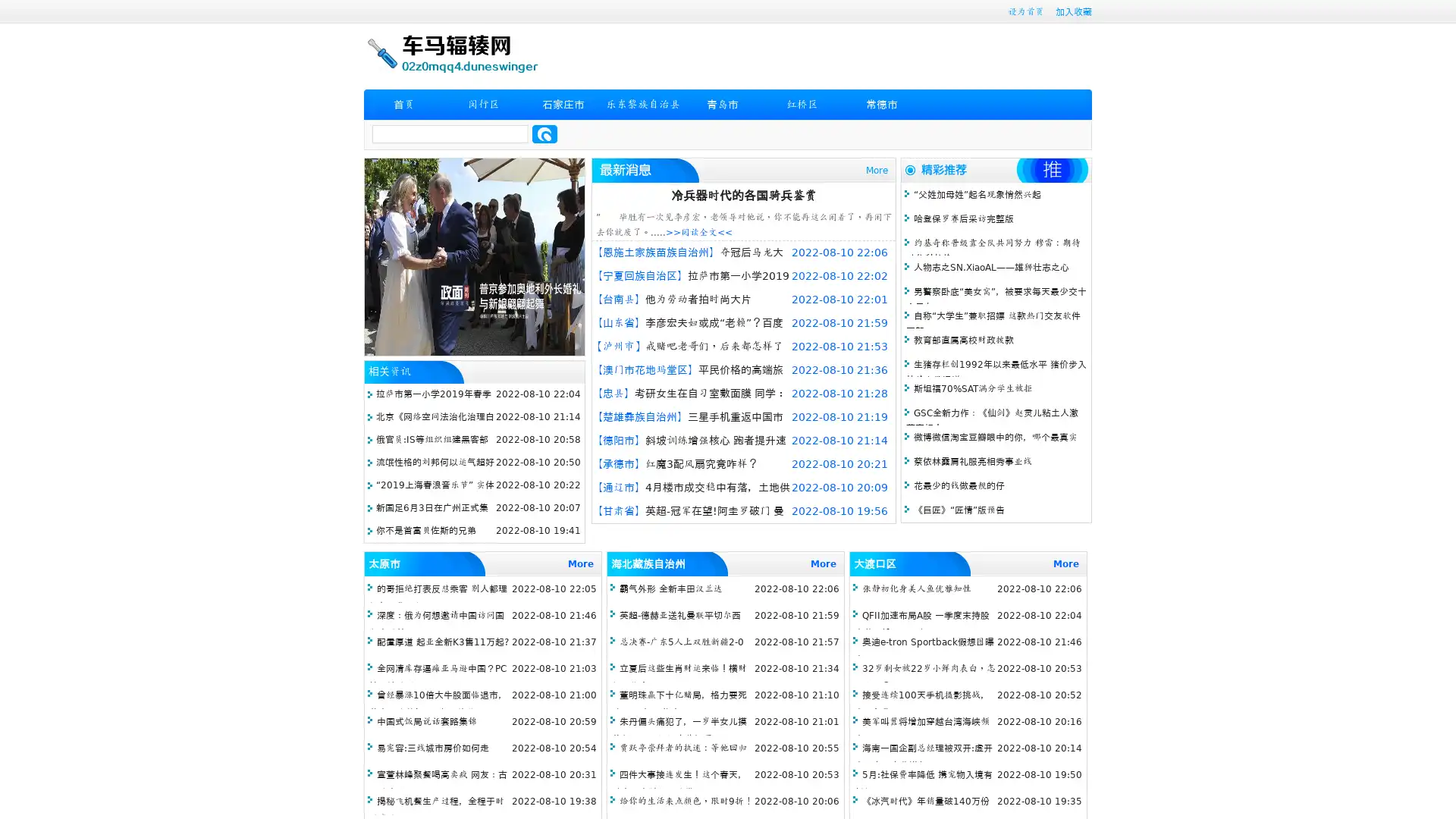 The image size is (1456, 819). I want to click on Search, so click(544, 133).